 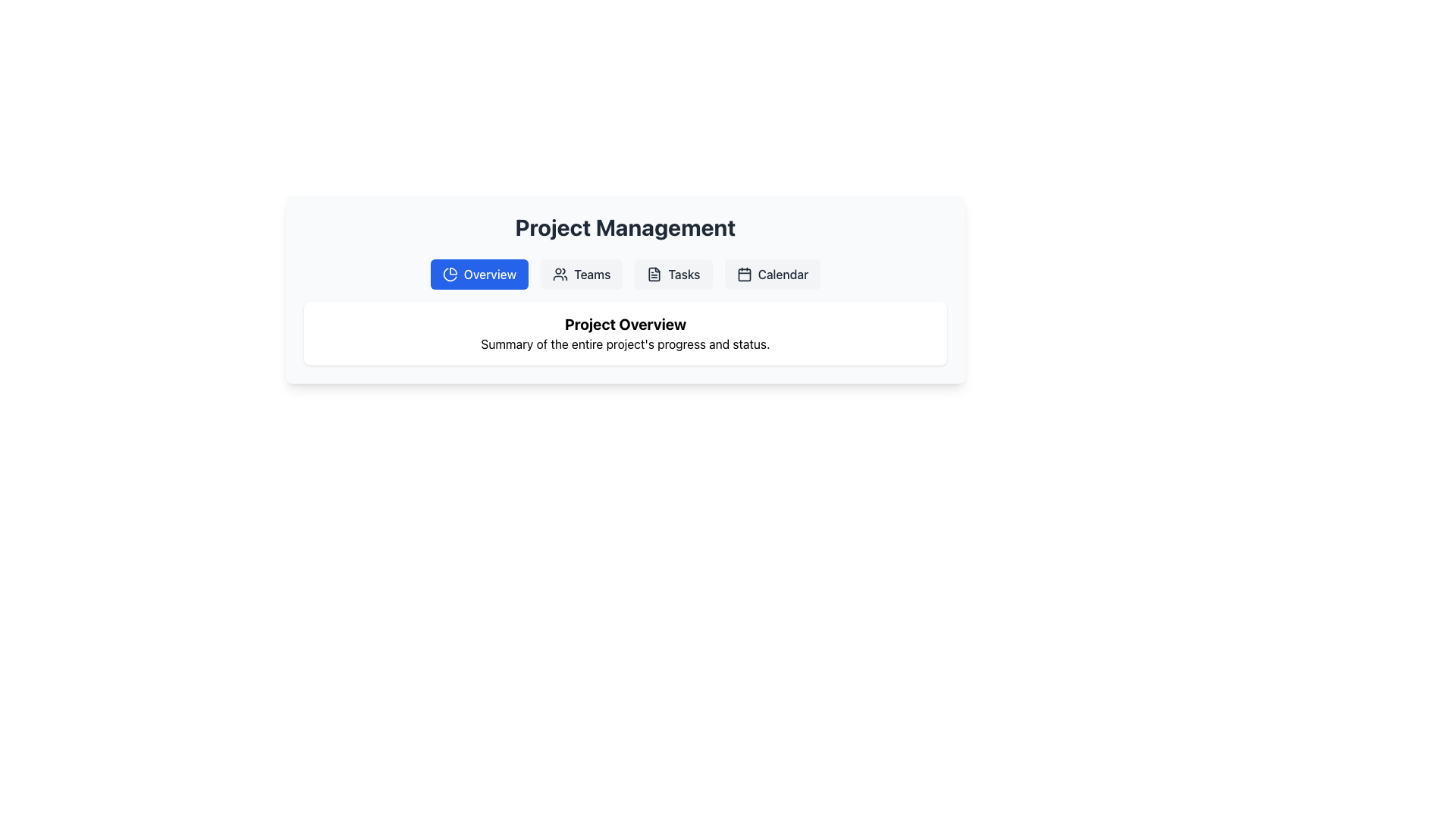 I want to click on the 'Teams' button containing the SVG icon representing a group of two individuals, located in the navigation bar under 'Project Management.', so click(x=560, y=275).